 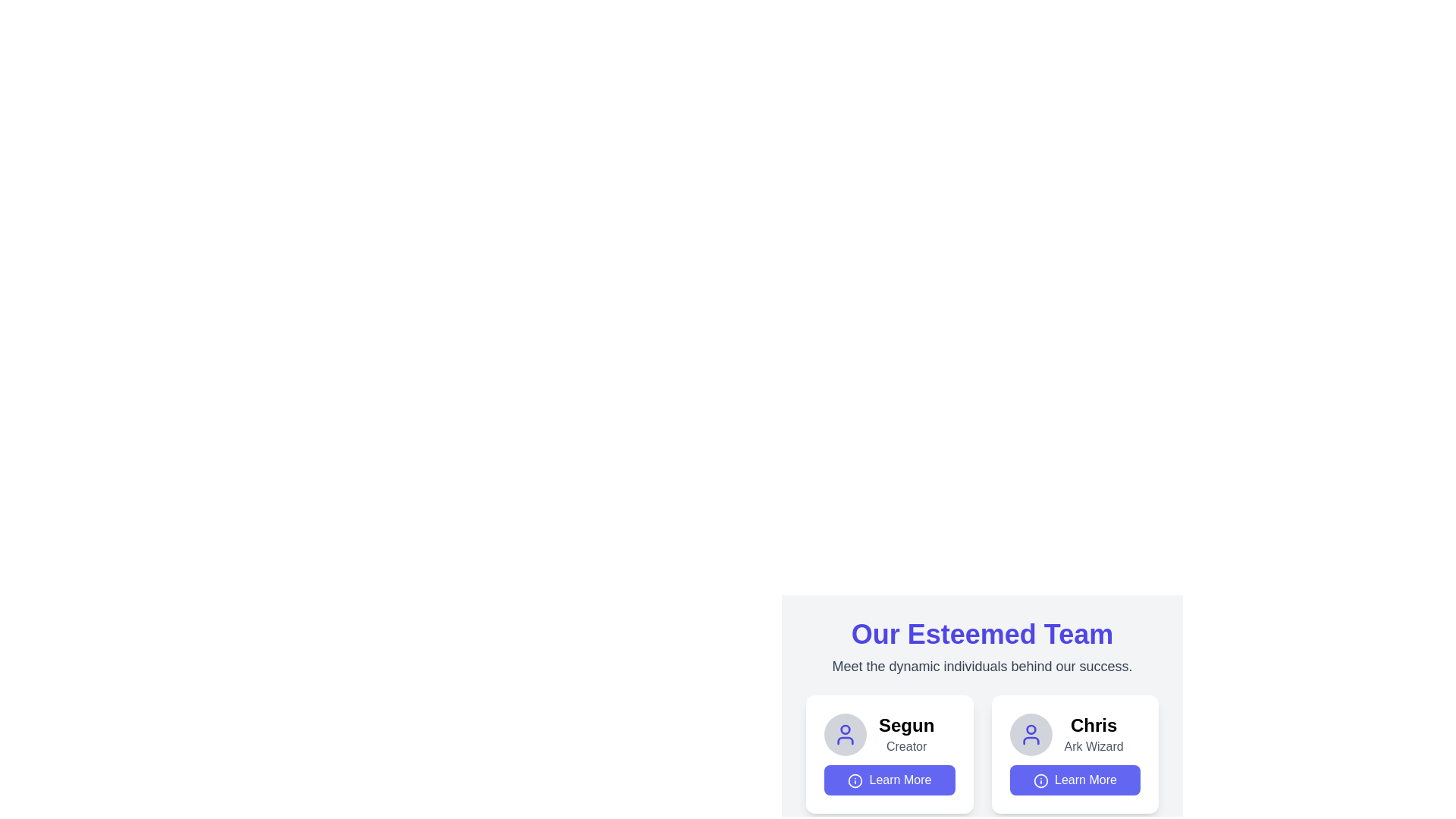 What do you see at coordinates (982, 635) in the screenshot?
I see `the header text element introducing the team members section, which is positioned above the subtitle 'Meet the dynamic individuals behind our success.'` at bounding box center [982, 635].